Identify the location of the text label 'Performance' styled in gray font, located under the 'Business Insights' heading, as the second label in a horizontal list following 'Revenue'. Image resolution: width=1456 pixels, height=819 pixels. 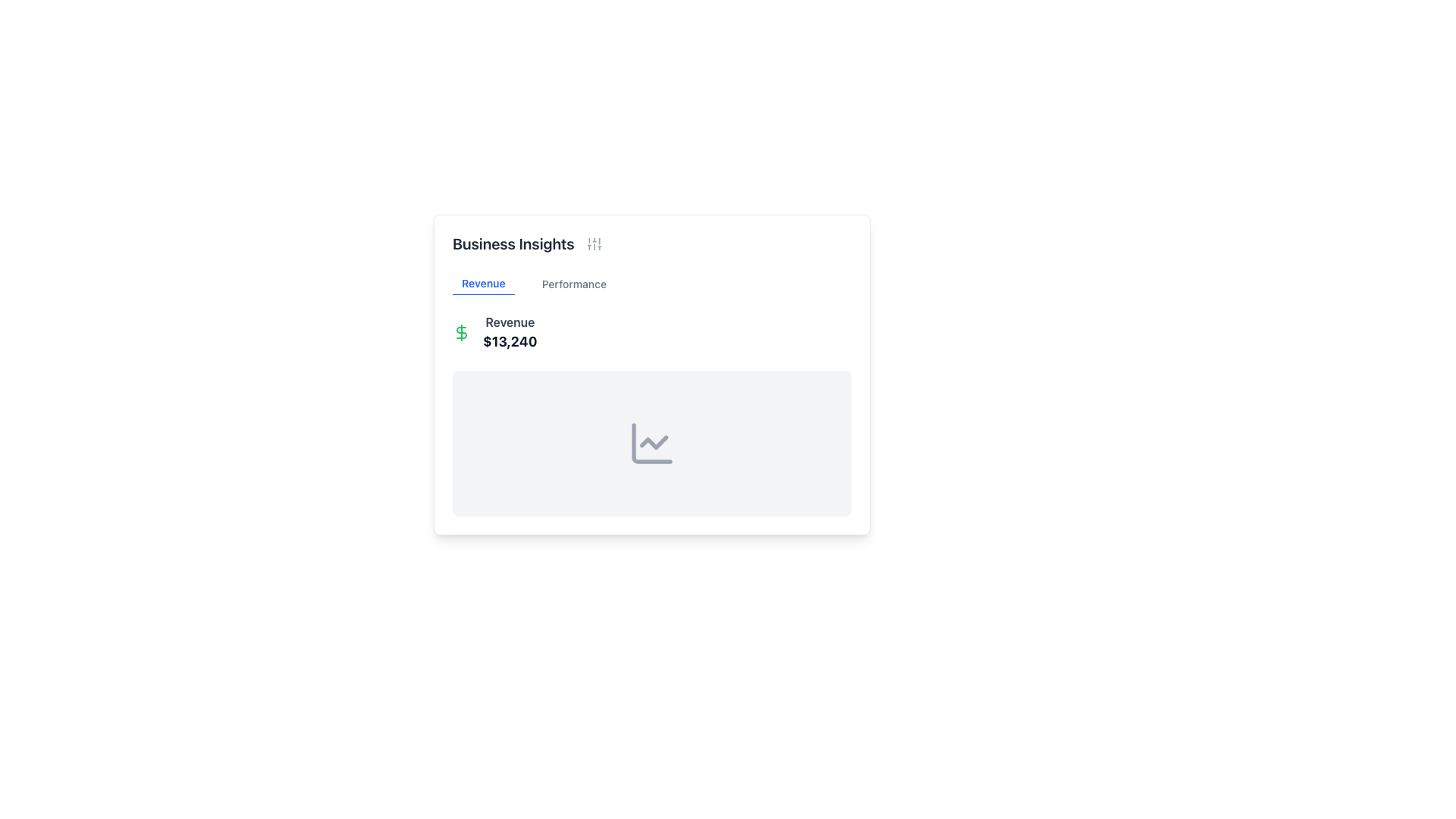
(573, 284).